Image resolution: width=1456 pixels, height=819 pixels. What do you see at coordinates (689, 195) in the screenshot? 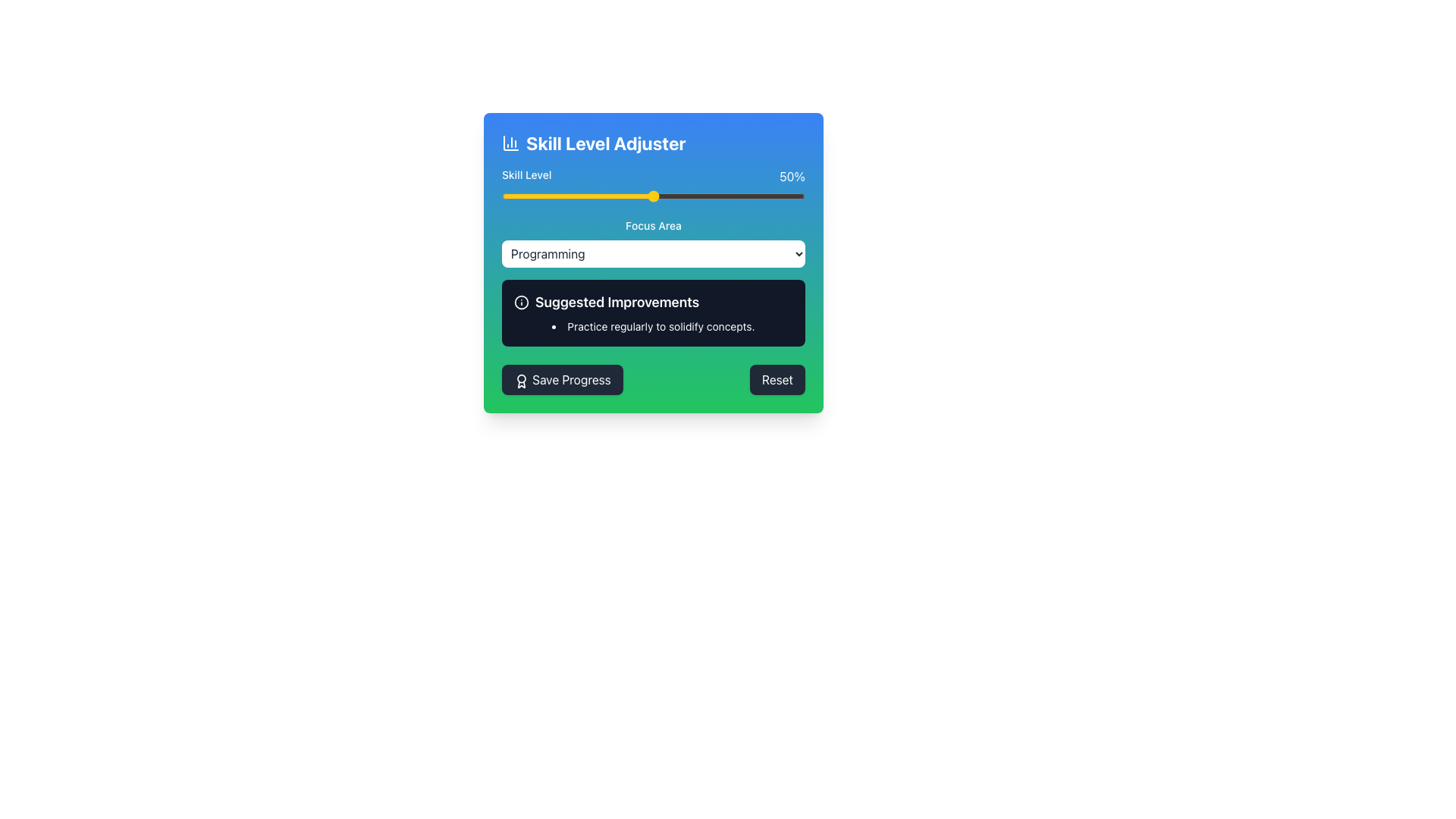
I see `the slider` at bounding box center [689, 195].